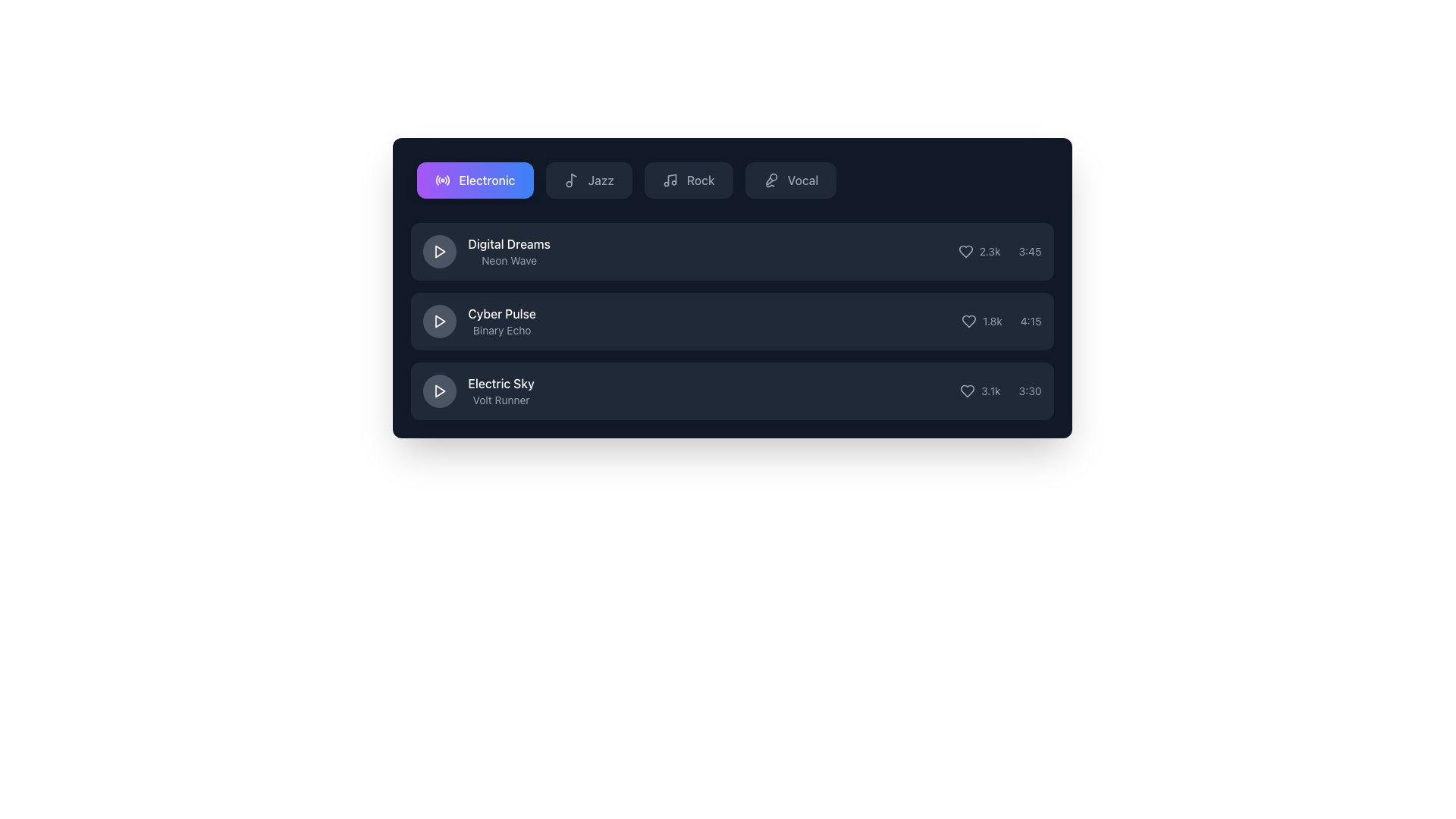 This screenshot has width=1456, height=819. Describe the element at coordinates (438, 321) in the screenshot. I see `the circular play button with a gray background that turns green when hovered, located in the row labeled 'Cyber Pulse' and 'Binary Echo'` at that location.